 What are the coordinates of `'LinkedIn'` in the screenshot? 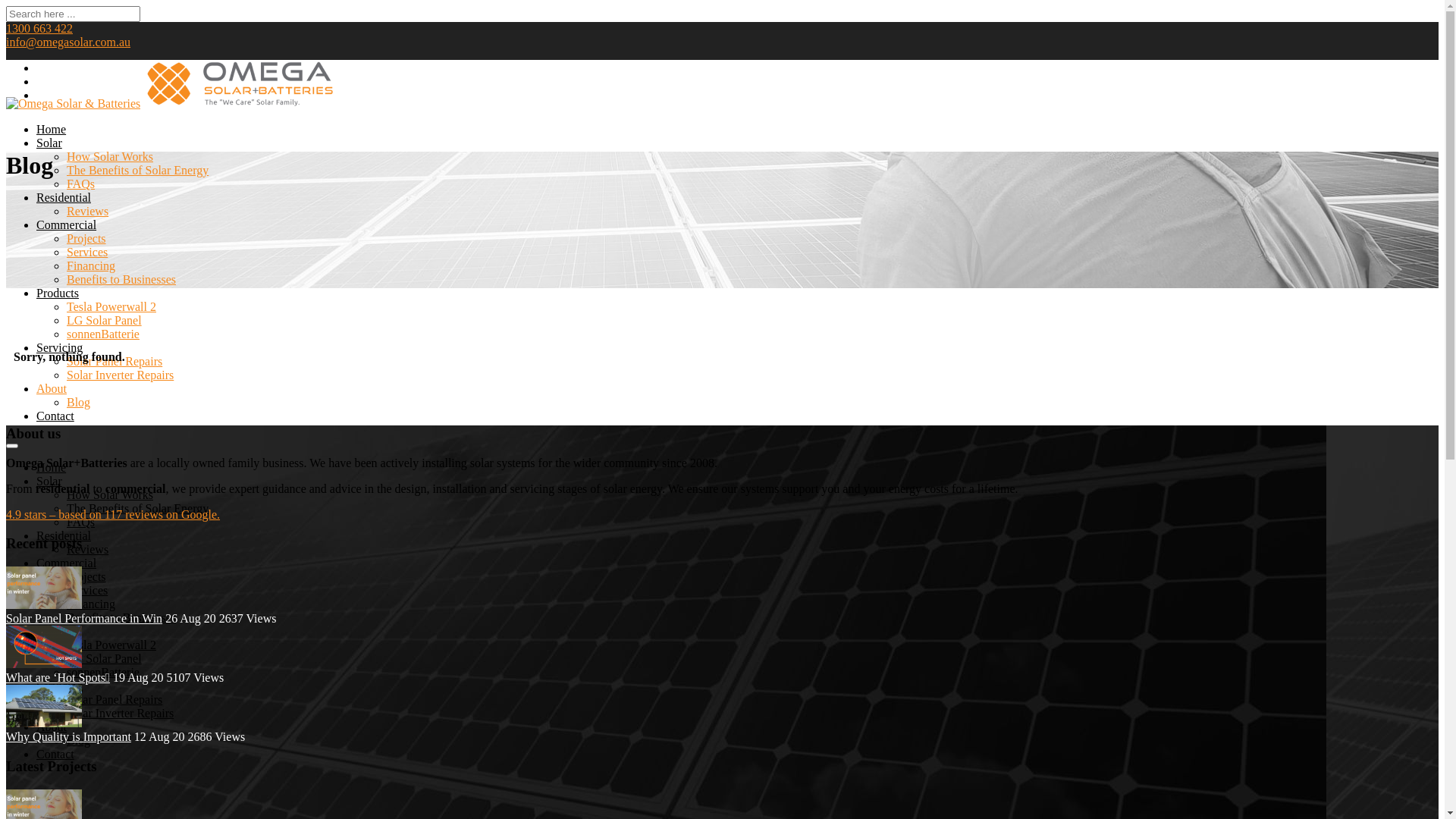 It's located at (41, 81).